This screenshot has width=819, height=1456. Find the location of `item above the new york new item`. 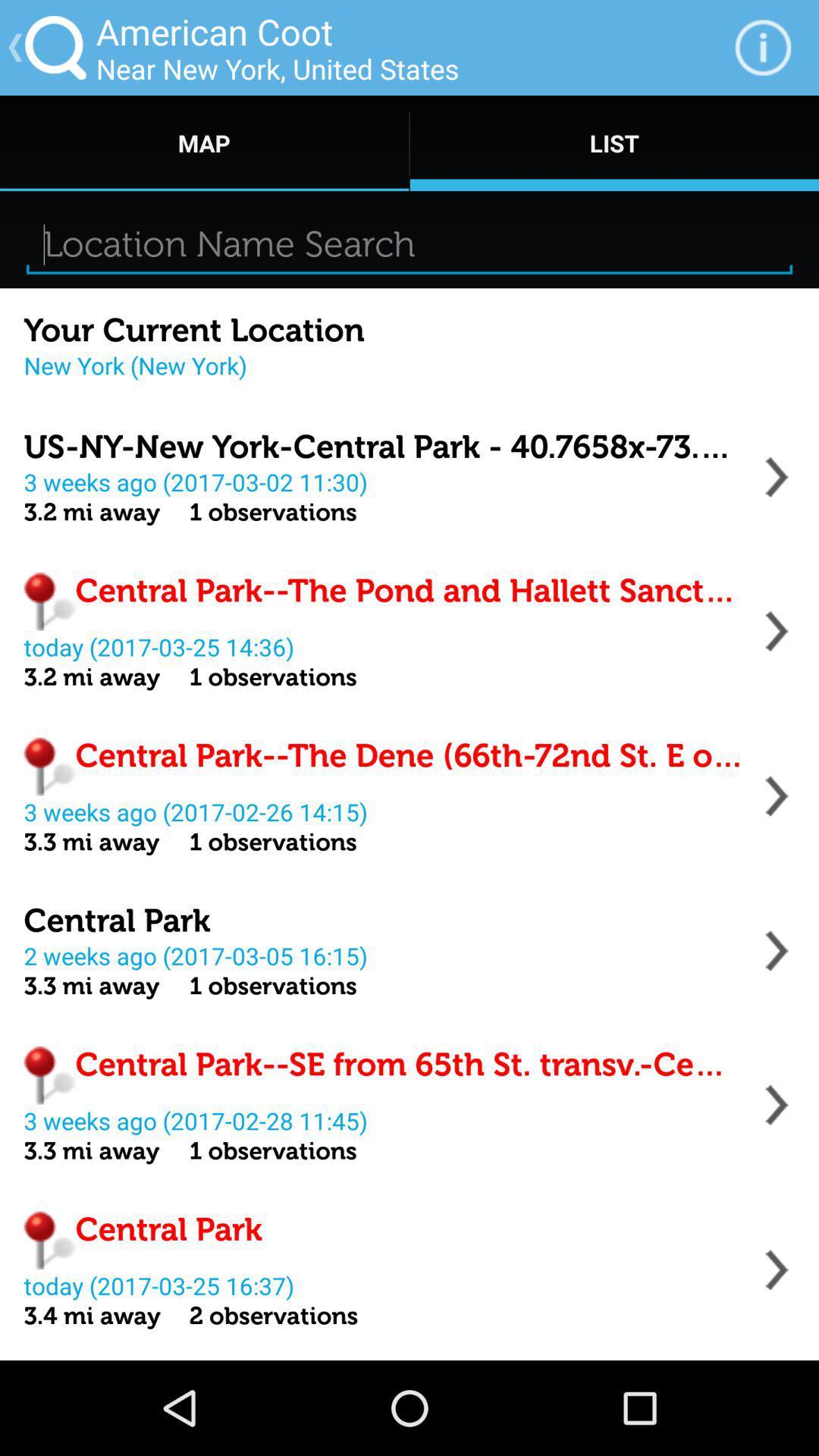

item above the new york new item is located at coordinates (193, 330).